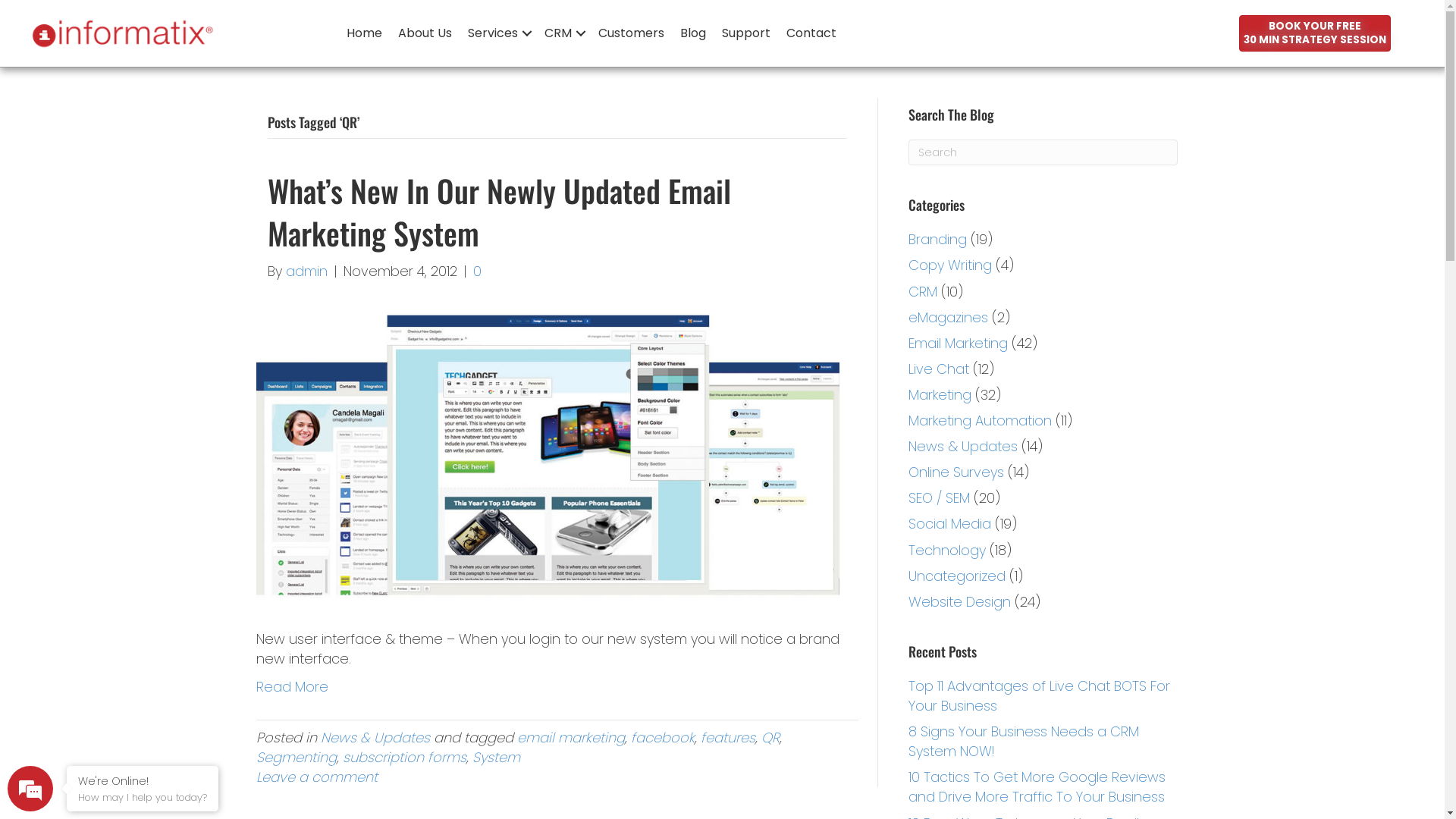  What do you see at coordinates (425, 33) in the screenshot?
I see `'About Us'` at bounding box center [425, 33].